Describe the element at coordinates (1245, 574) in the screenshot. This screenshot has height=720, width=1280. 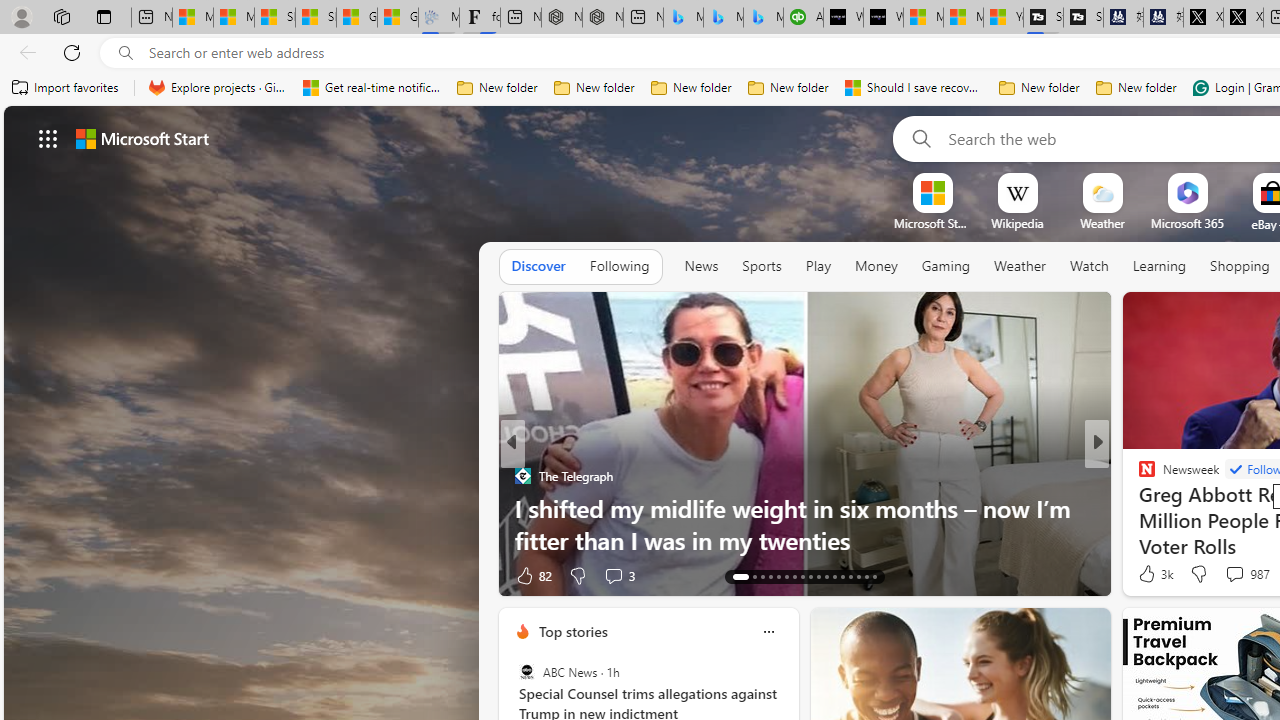
I see `'View comments 987 Comment'` at that location.